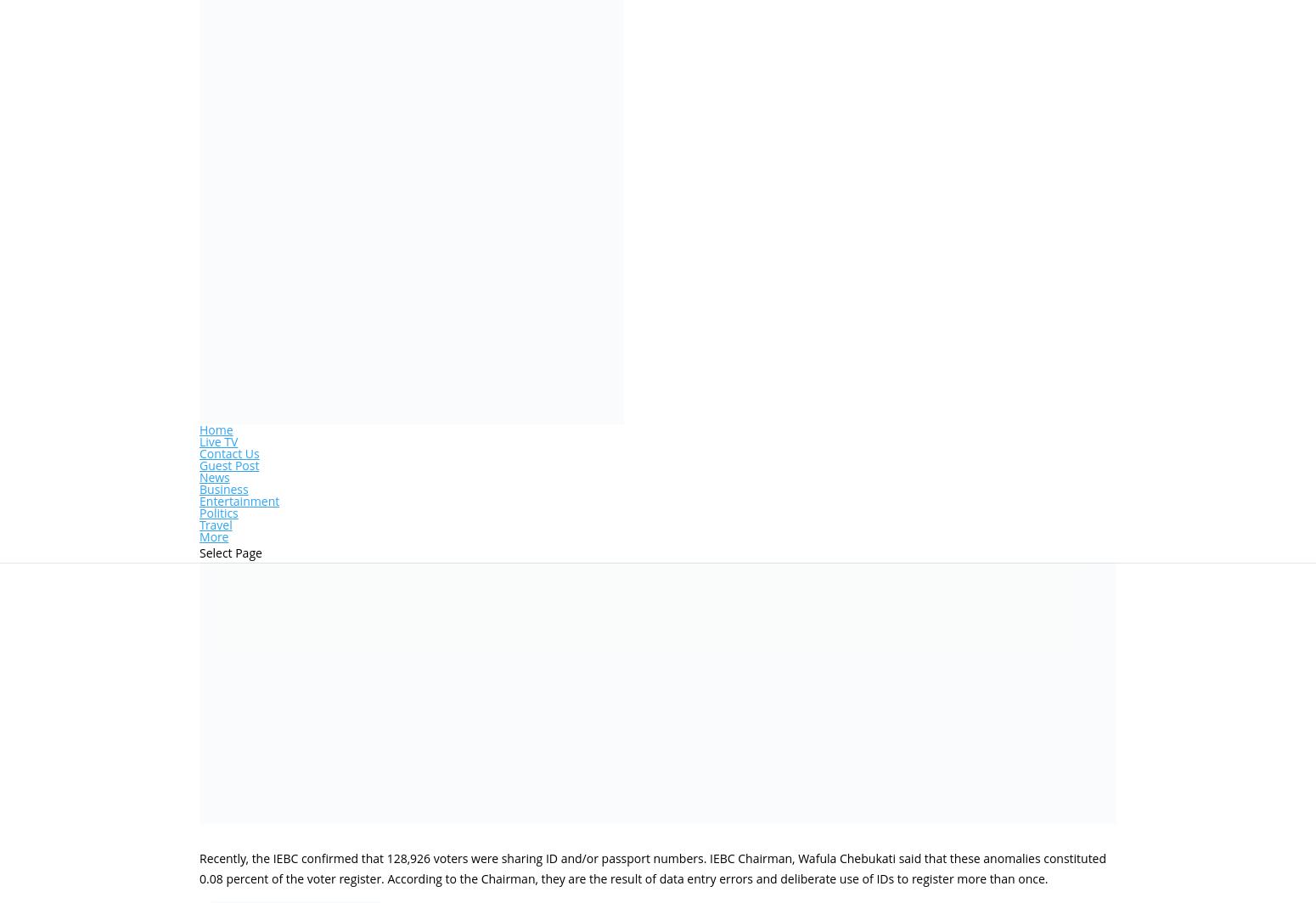 The height and width of the screenshot is (903, 1316). I want to click on 'by', so click(207, 231).